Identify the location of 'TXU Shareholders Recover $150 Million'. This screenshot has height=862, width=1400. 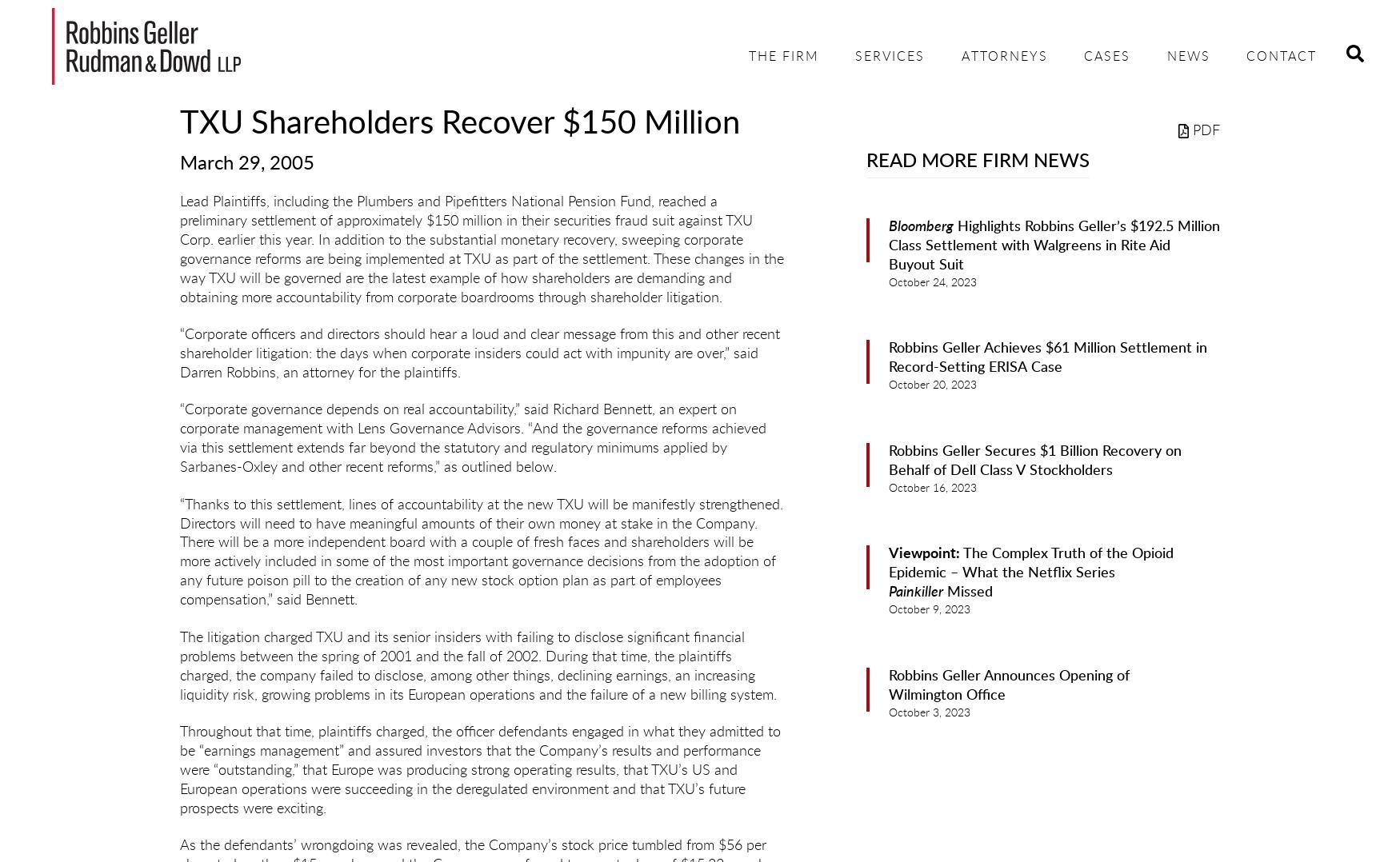
(460, 123).